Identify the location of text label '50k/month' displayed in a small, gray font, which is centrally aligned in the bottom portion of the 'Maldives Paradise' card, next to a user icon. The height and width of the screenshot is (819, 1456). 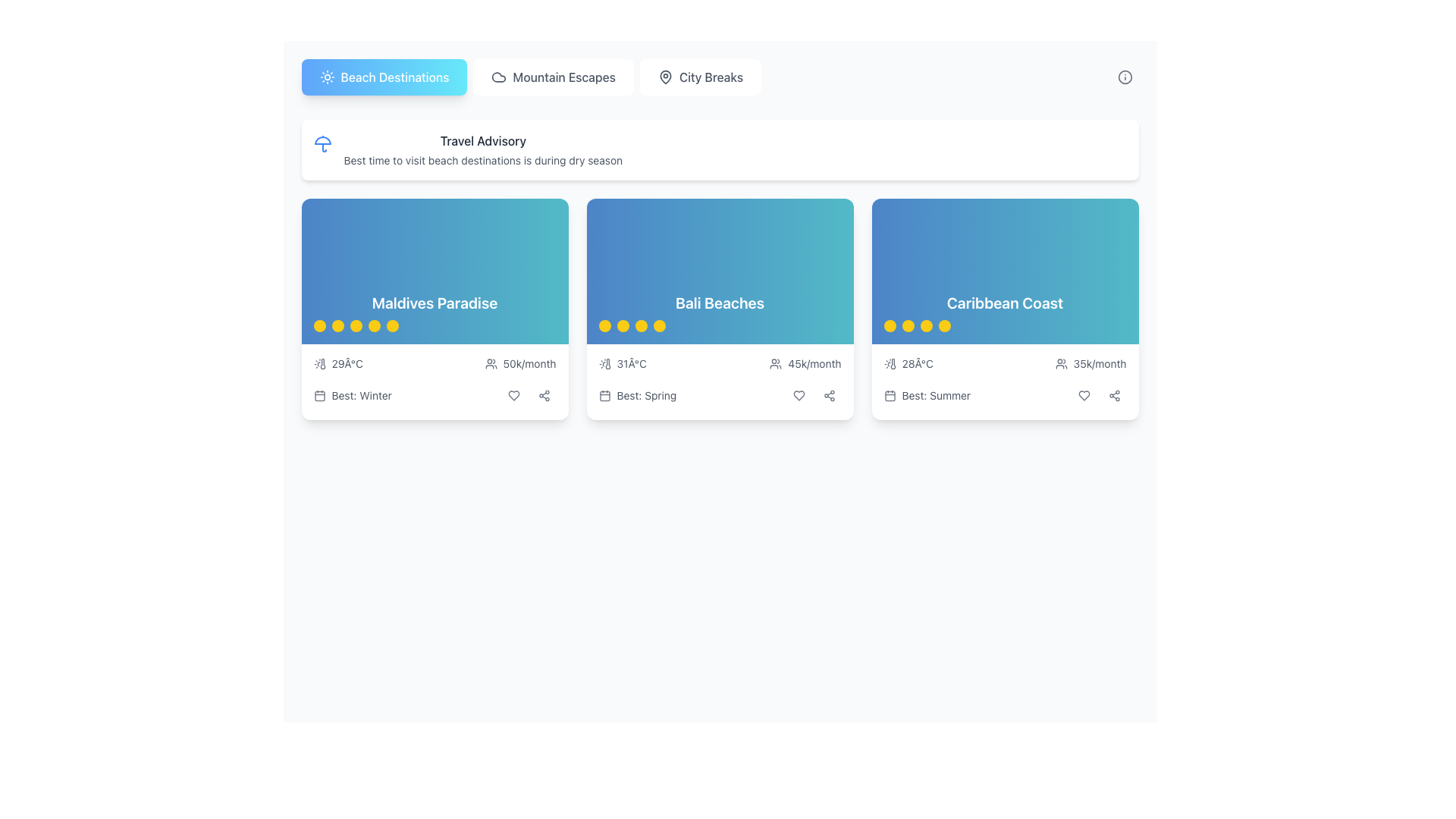
(529, 363).